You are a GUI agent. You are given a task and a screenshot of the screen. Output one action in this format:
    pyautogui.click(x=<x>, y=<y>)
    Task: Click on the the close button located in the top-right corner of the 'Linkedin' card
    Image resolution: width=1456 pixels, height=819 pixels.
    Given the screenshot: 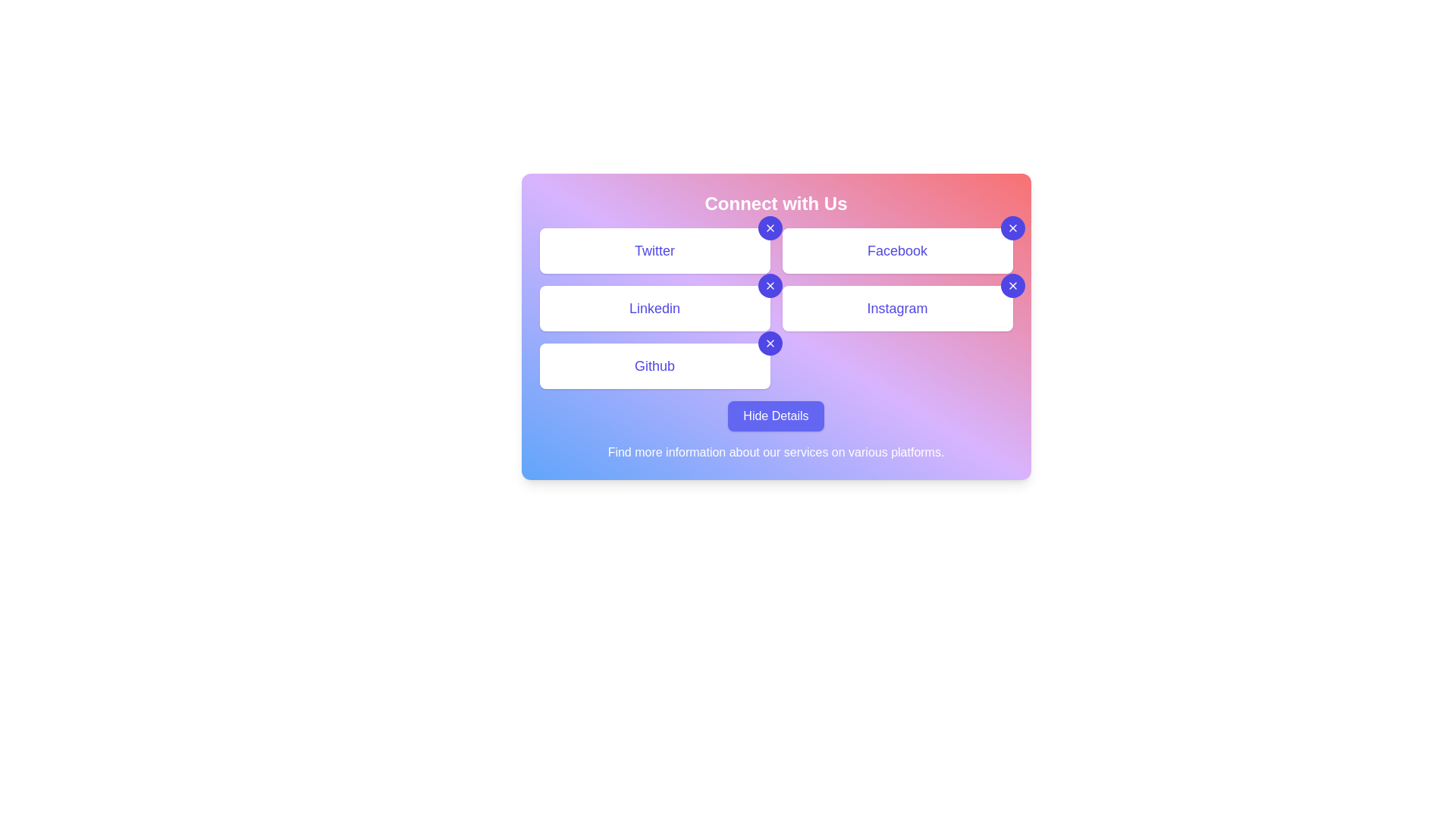 What is the action you would take?
    pyautogui.click(x=770, y=286)
    